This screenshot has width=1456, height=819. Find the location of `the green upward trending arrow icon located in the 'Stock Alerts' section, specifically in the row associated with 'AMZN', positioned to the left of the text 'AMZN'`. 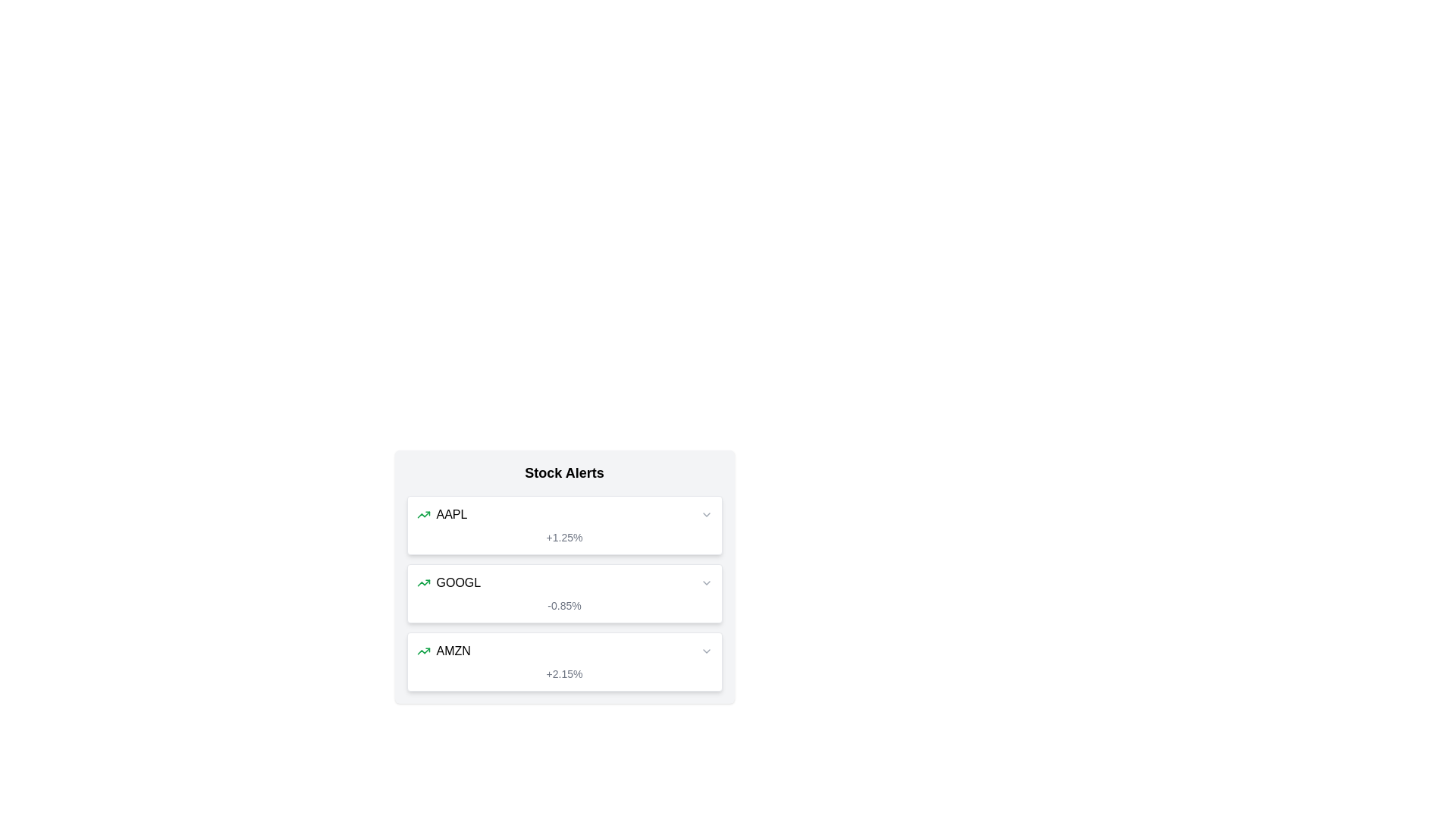

the green upward trending arrow icon located in the 'Stock Alerts' section, specifically in the row associated with 'AMZN', positioned to the left of the text 'AMZN' is located at coordinates (423, 651).